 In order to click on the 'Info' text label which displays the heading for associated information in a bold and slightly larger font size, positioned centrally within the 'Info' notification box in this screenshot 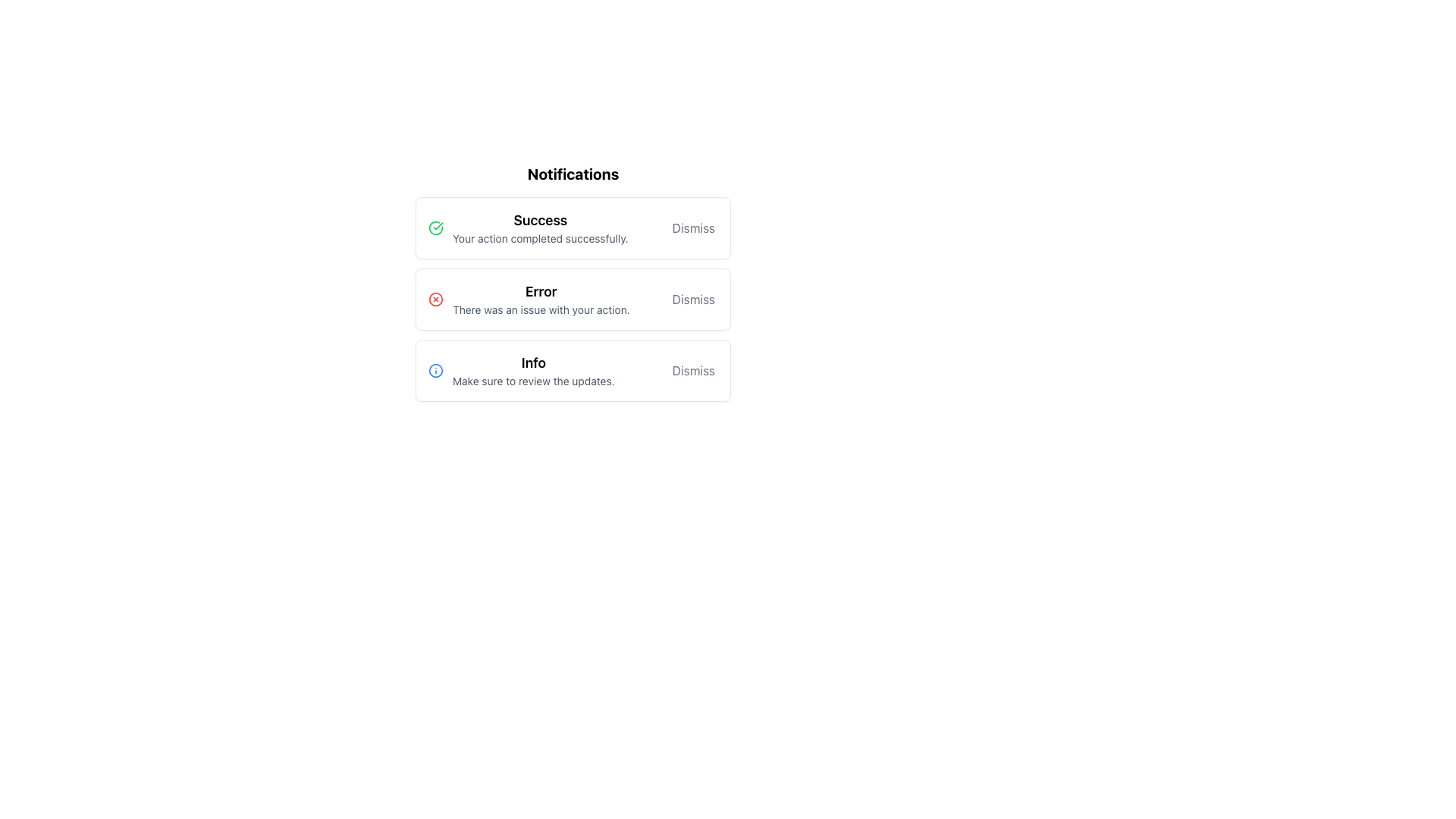, I will do `click(533, 362)`.